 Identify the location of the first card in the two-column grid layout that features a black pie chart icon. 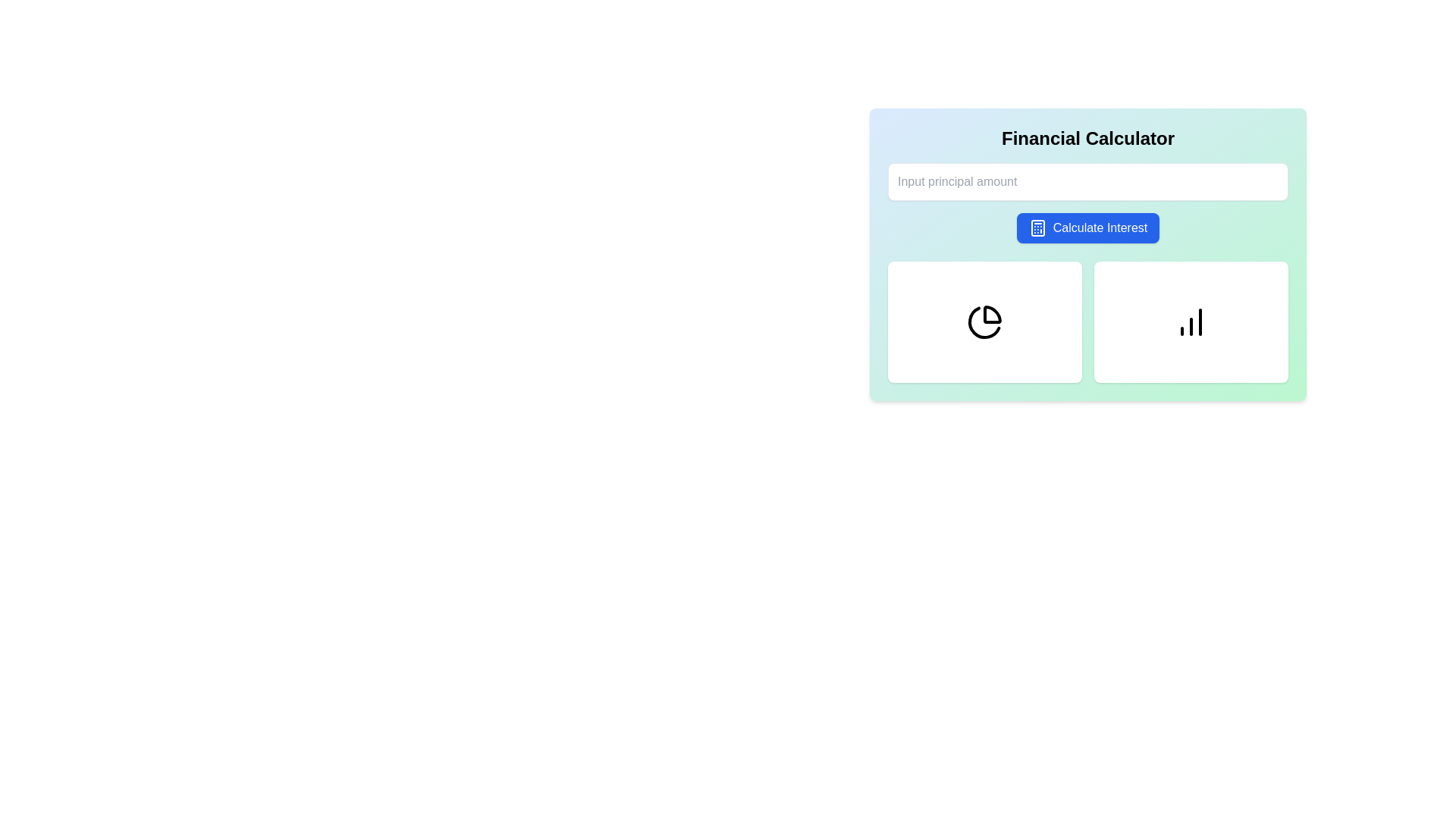
(985, 321).